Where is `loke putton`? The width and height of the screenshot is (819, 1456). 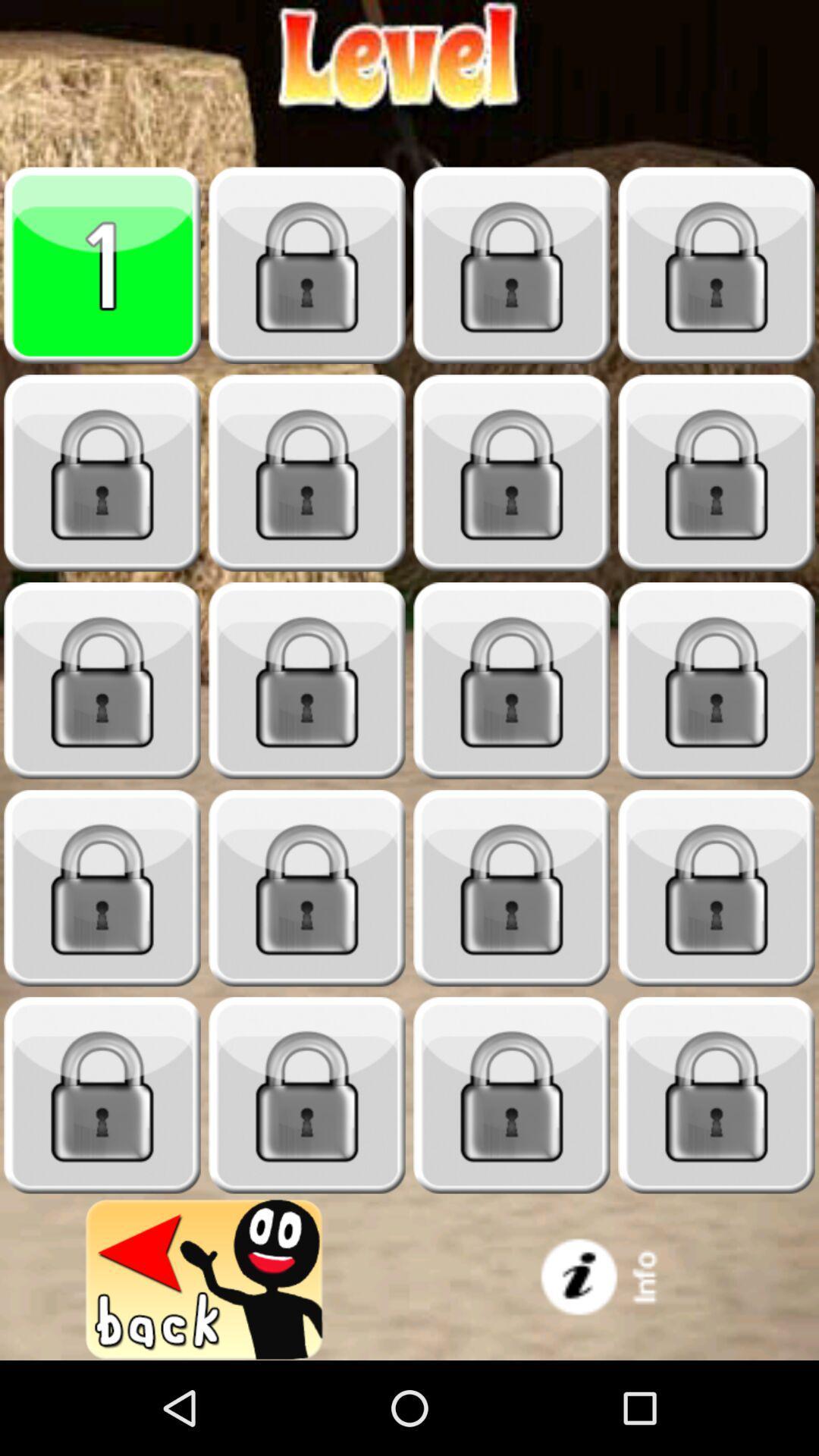 loke putton is located at coordinates (717, 472).